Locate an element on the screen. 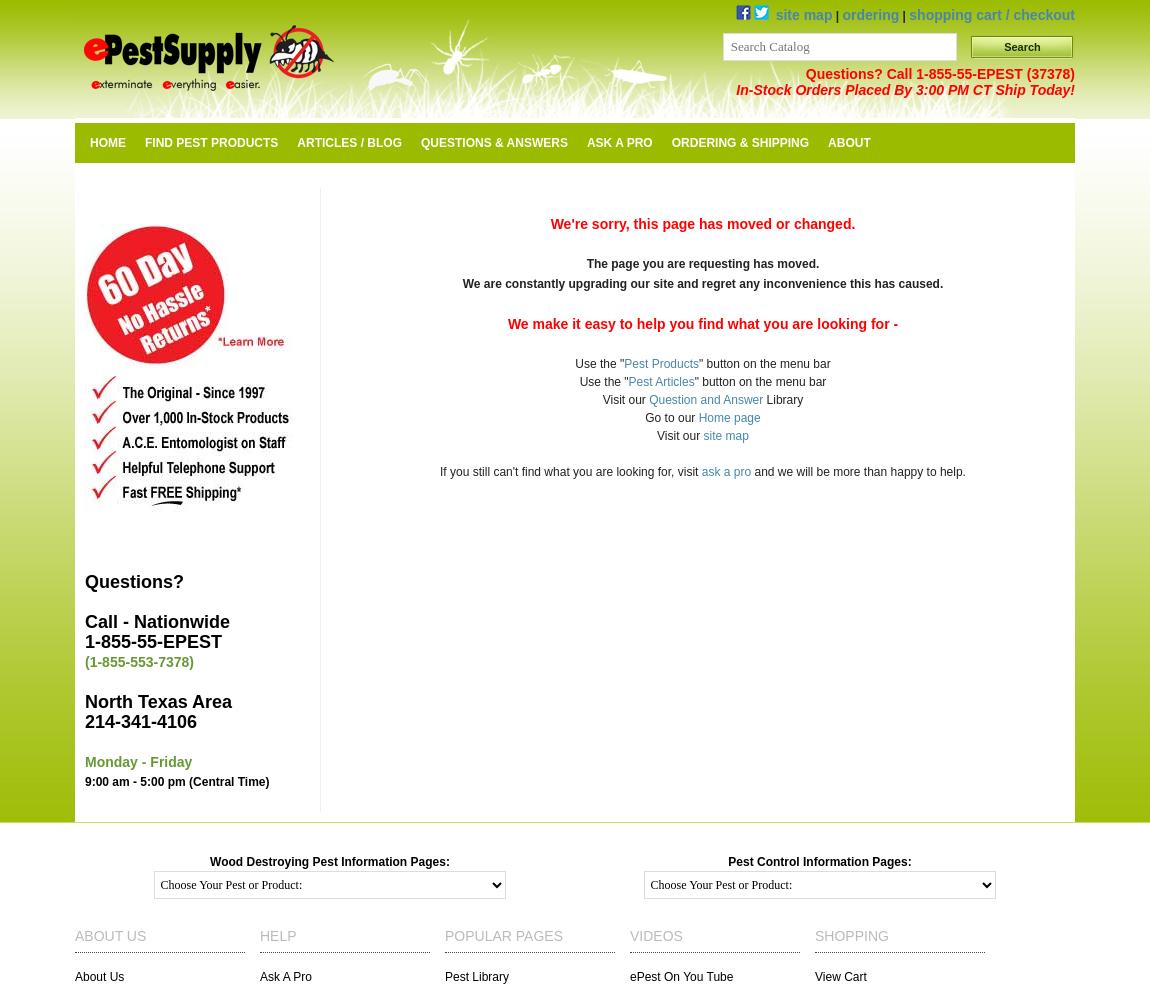 The width and height of the screenshot is (1150, 1000). 'ask a pro' is located at coordinates (724, 471).